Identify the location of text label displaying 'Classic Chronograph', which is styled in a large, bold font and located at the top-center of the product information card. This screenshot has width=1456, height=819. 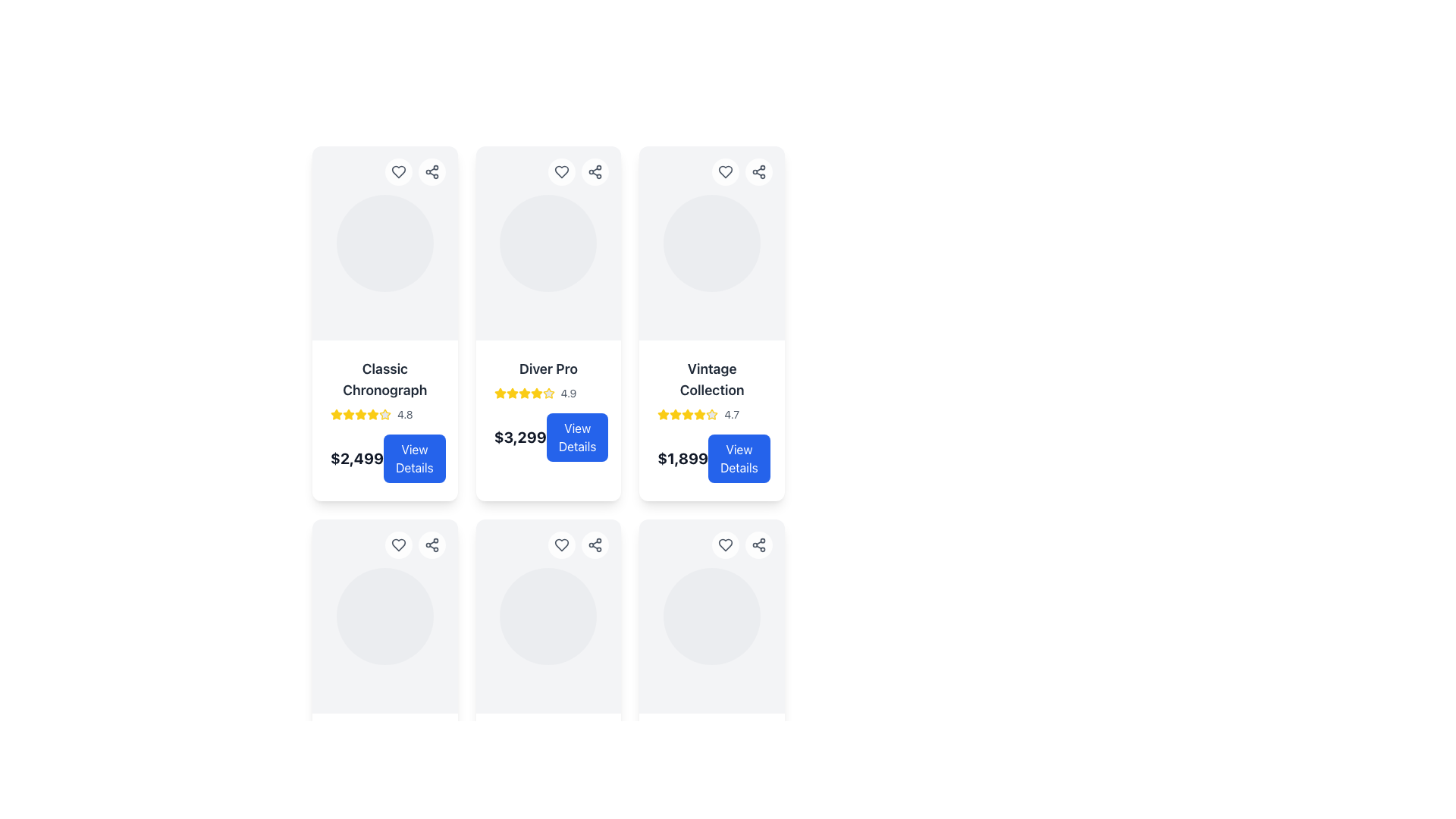
(384, 379).